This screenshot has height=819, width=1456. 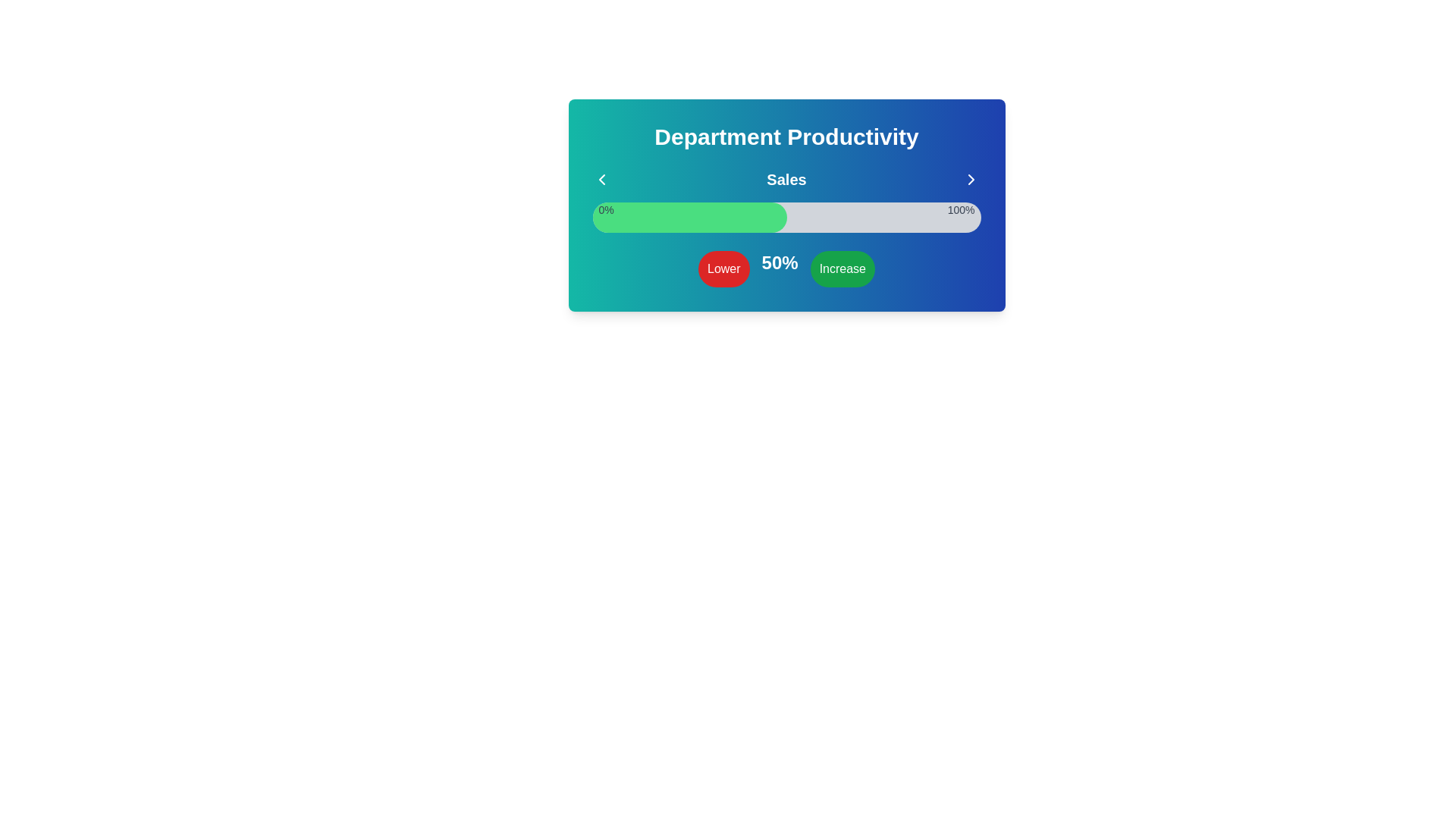 What do you see at coordinates (601, 178) in the screenshot?
I see `the left-pointing triangular arrow icon in the green gradient header titled 'Department Productivity'` at bounding box center [601, 178].